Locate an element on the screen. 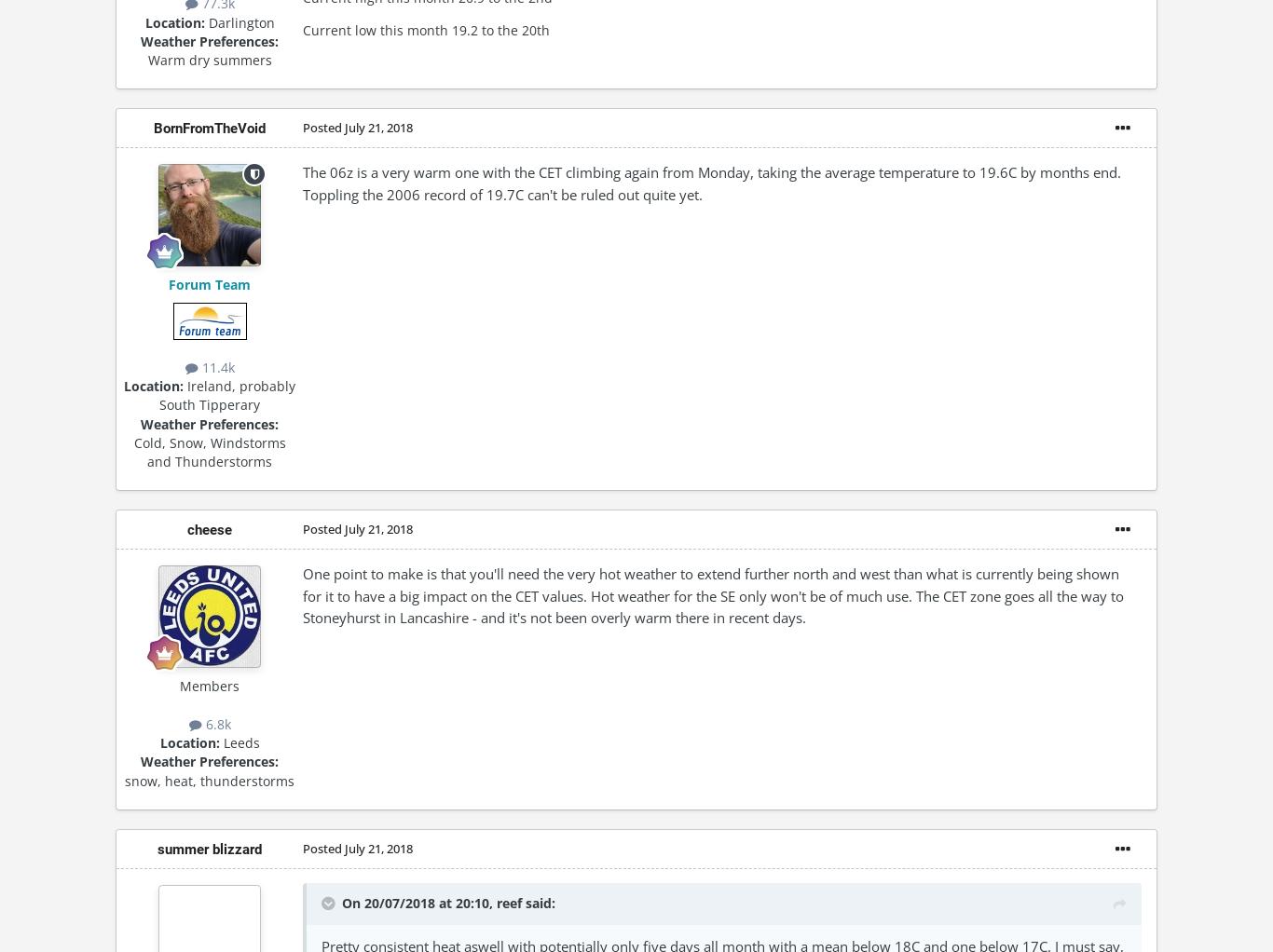 This screenshot has height=952, width=1273. 'Leeds' is located at coordinates (239, 742).